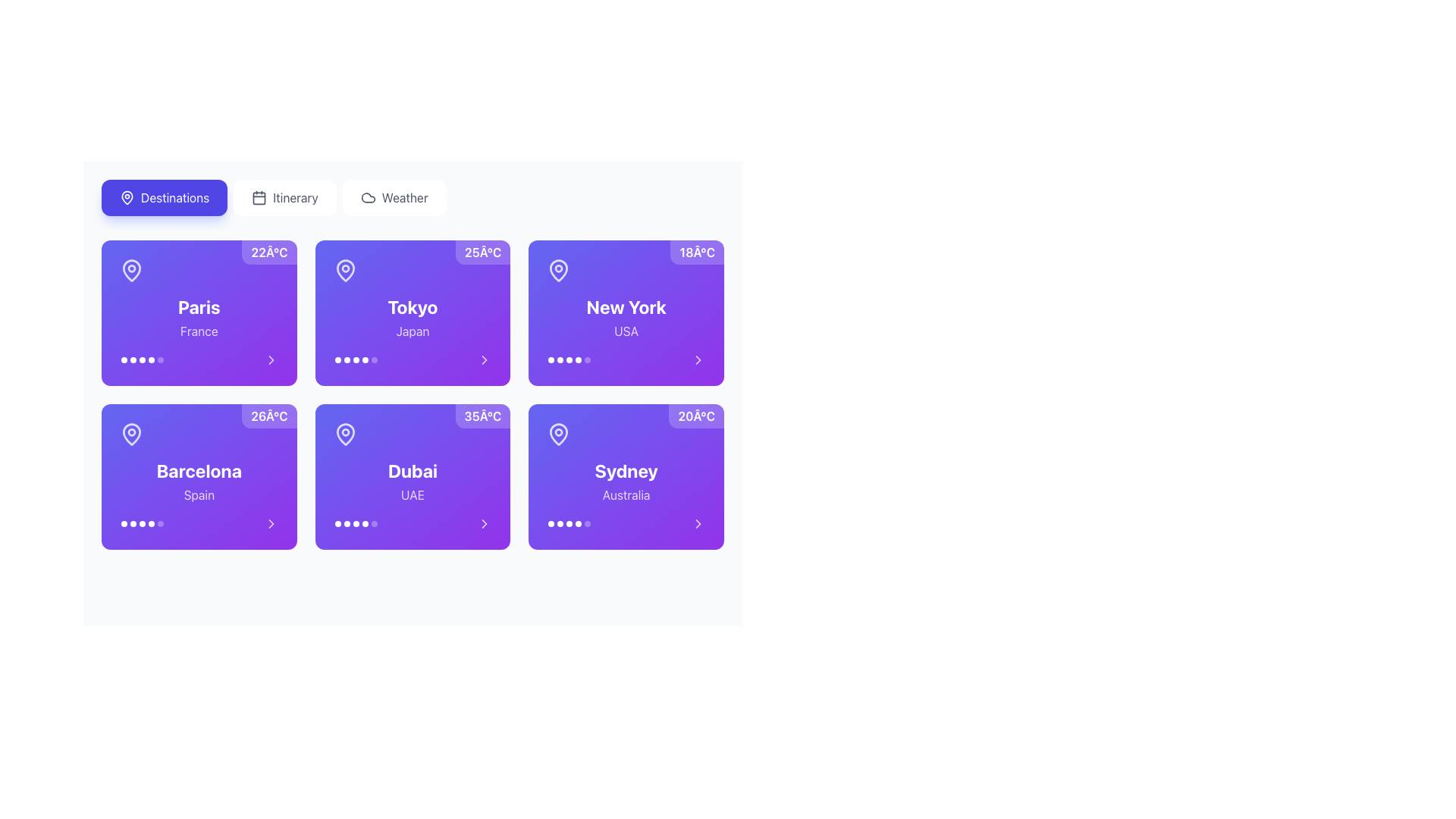 The width and height of the screenshot is (1456, 819). I want to click on the text label reading 'Australia' located beneath the 'Sydney' text in the weather information card, so click(626, 494).